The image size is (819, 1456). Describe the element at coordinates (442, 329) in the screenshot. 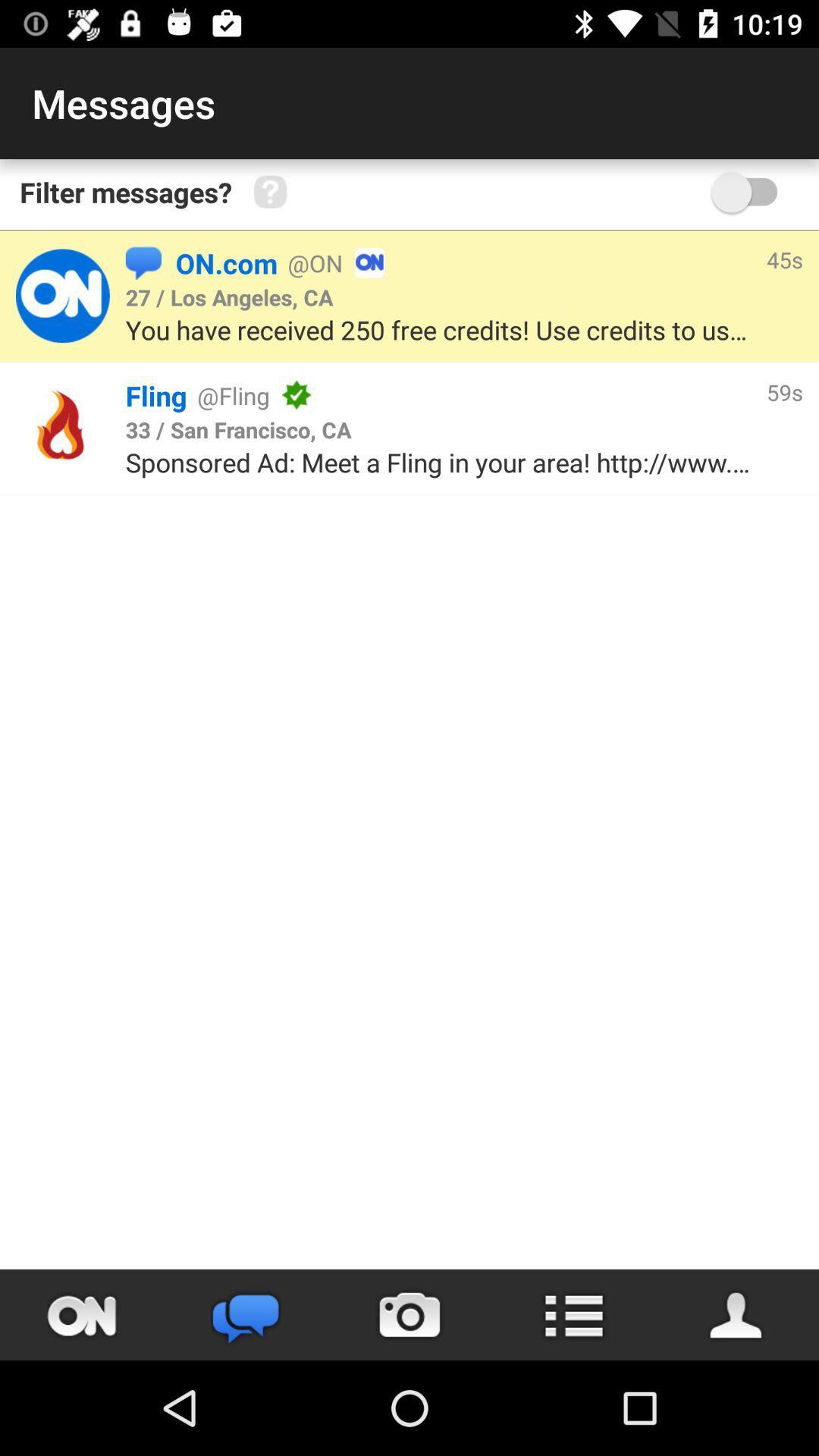

I see `the icon above the fling` at that location.